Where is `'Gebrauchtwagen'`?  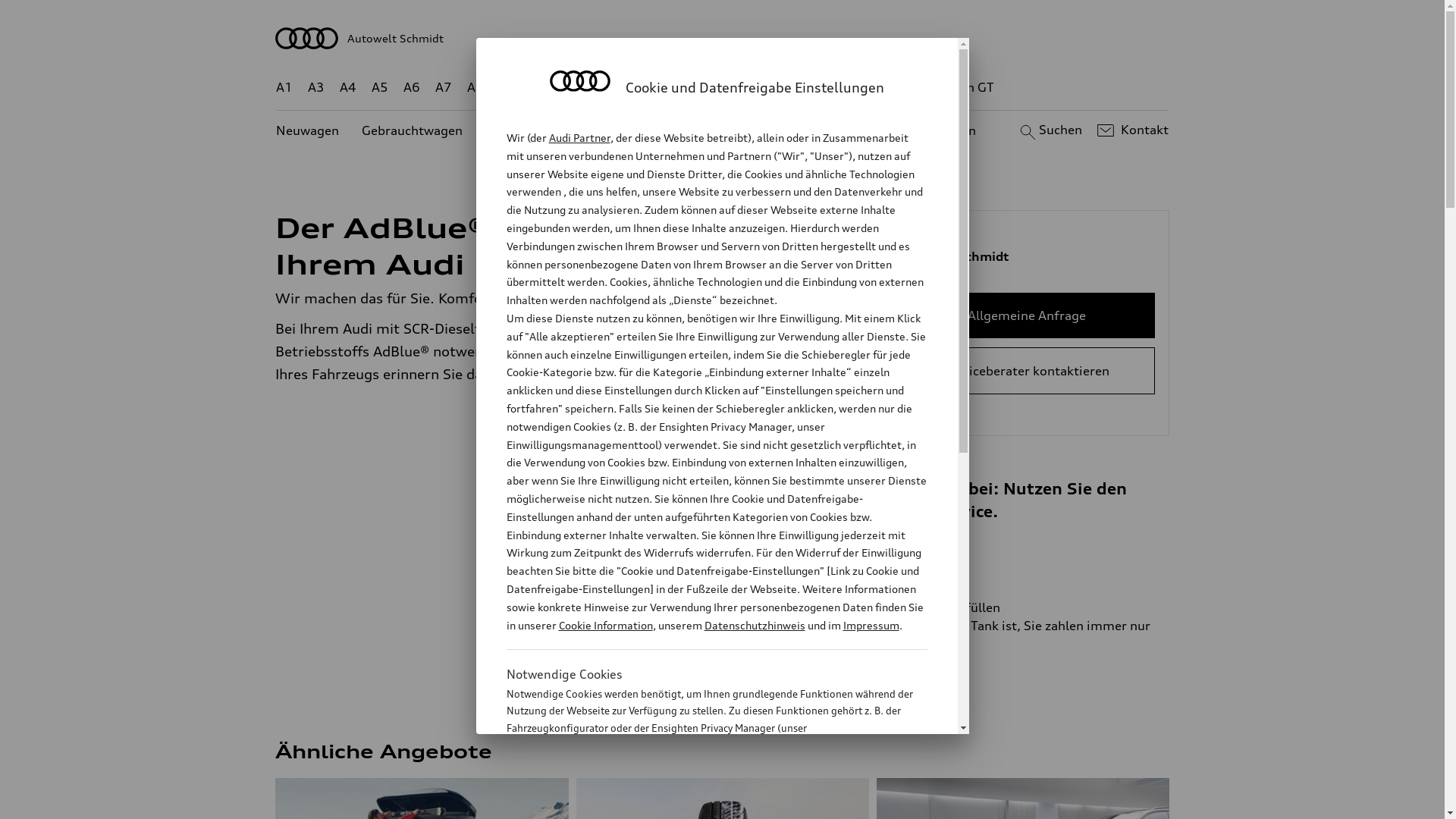
'Gebrauchtwagen' is located at coordinates (412, 130).